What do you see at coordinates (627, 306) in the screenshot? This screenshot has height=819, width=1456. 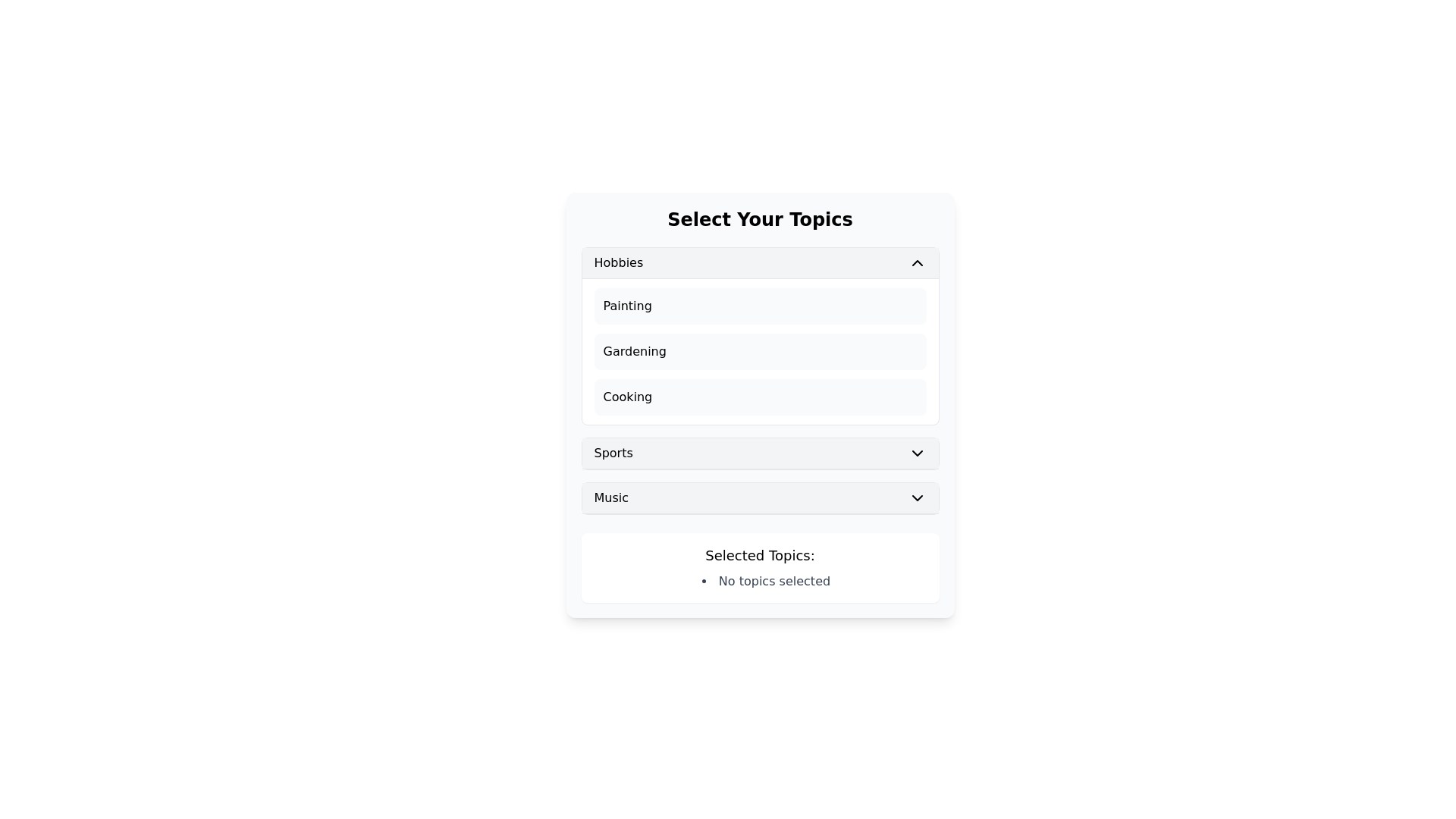 I see `the text label displaying 'Painting' in black font within the 'Hobbies' section under 'Select Your Topics'` at bounding box center [627, 306].